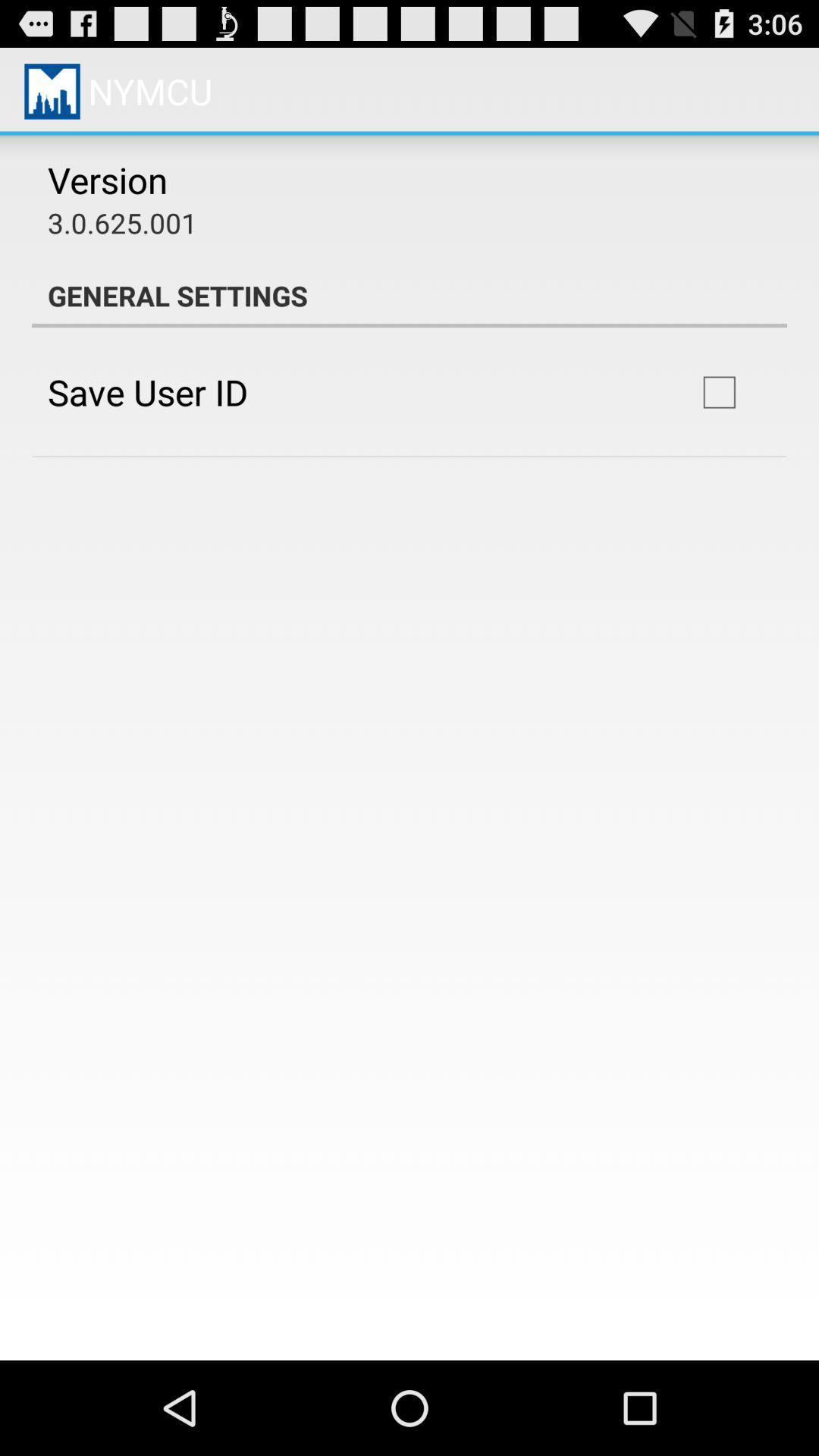 The height and width of the screenshot is (1456, 819). Describe the element at coordinates (121, 221) in the screenshot. I see `icon above the general settings` at that location.